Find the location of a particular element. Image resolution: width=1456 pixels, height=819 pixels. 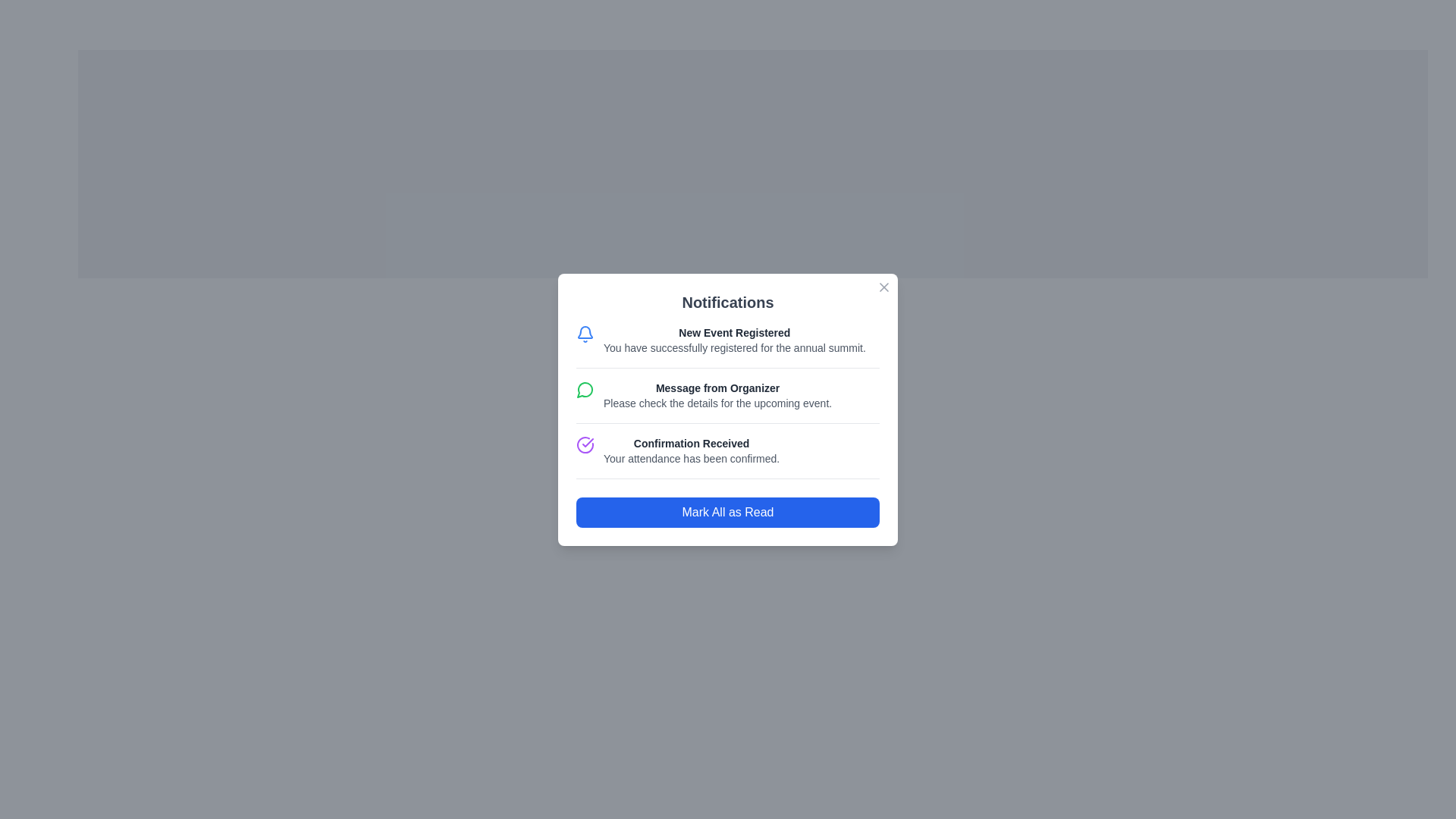

the 'Mark All as Read' button located at the bottom of the notification modal dialog to mark notifications as read is located at coordinates (728, 512).